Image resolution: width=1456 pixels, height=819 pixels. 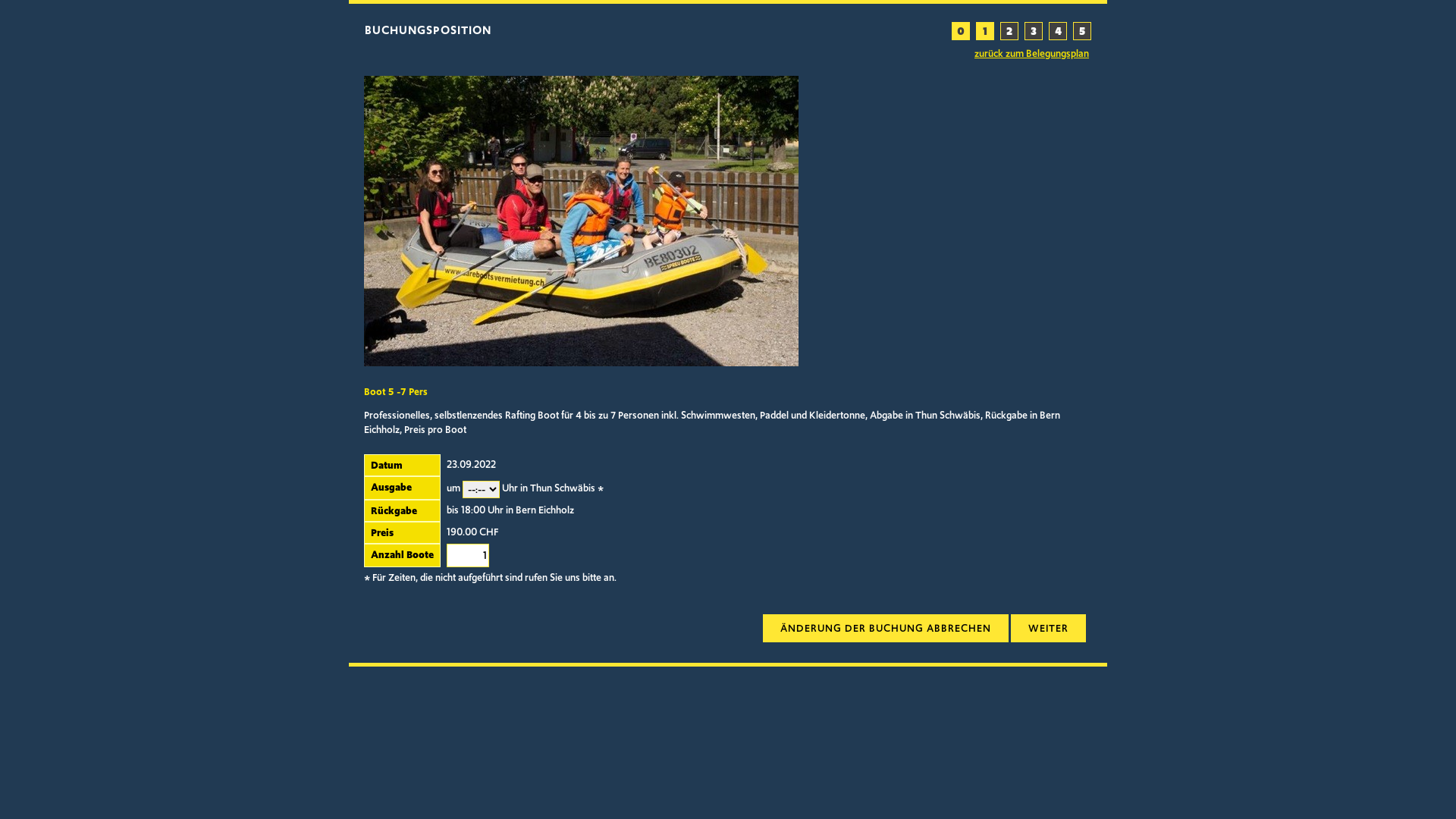 I want to click on 'weiter zur Uebersicht', so click(x=1047, y=628).